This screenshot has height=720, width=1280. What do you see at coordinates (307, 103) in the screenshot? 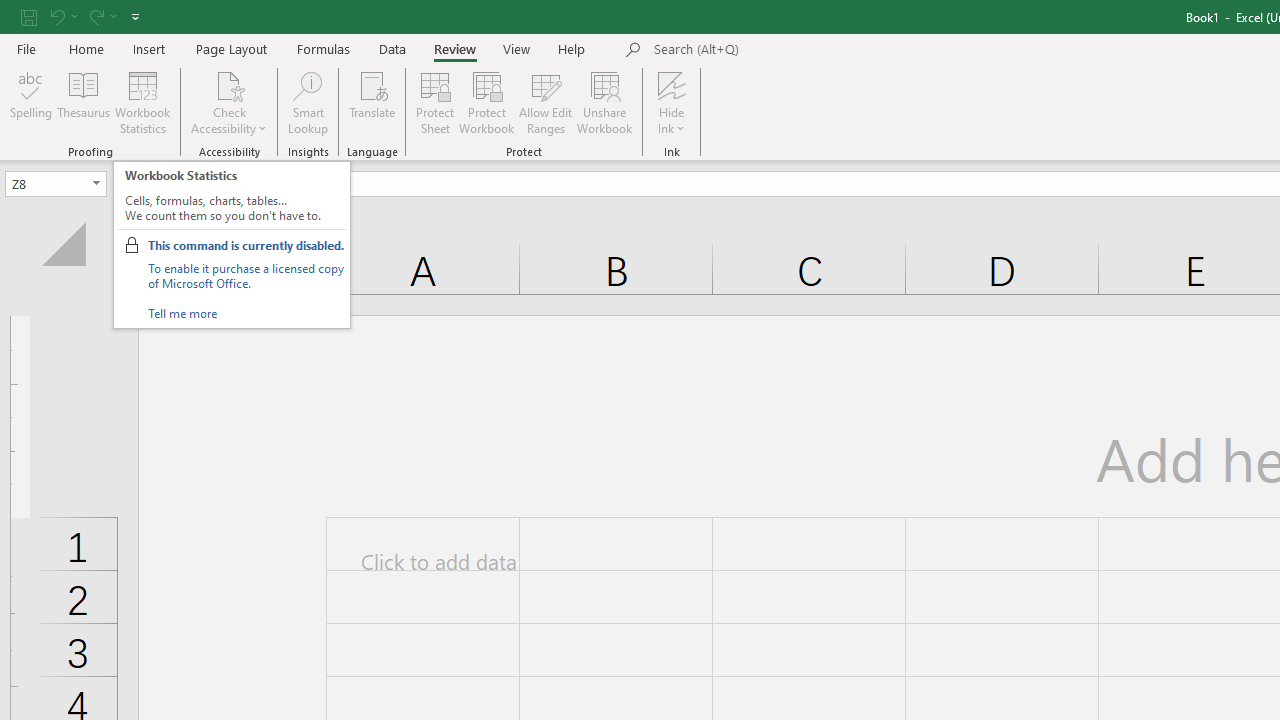
I see `'Smart Lookup'` at bounding box center [307, 103].